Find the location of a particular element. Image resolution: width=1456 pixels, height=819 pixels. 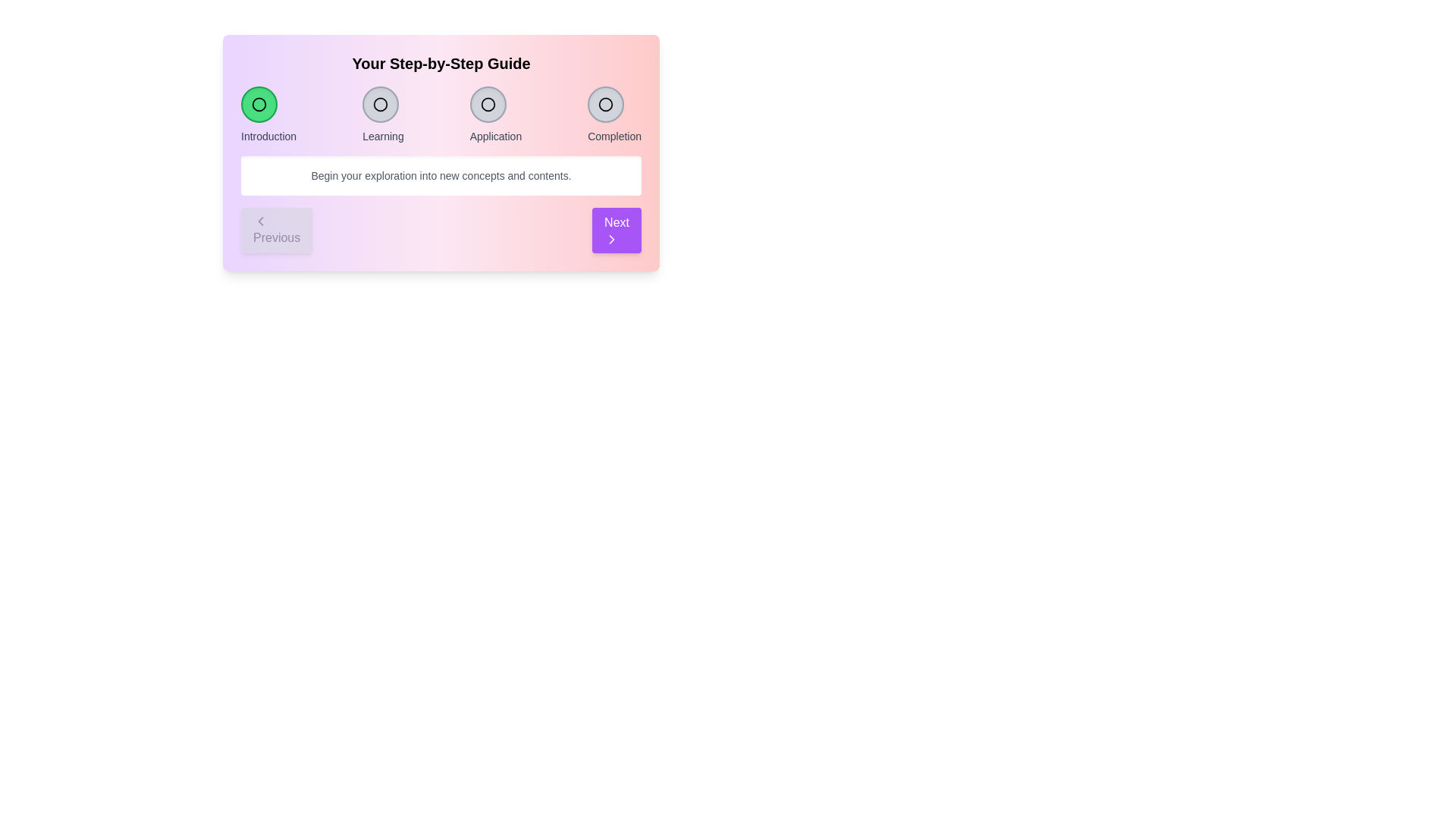

the active 'Introduction' step in the progress indicator which is the first of four steps in a sequential guide is located at coordinates (268, 114).